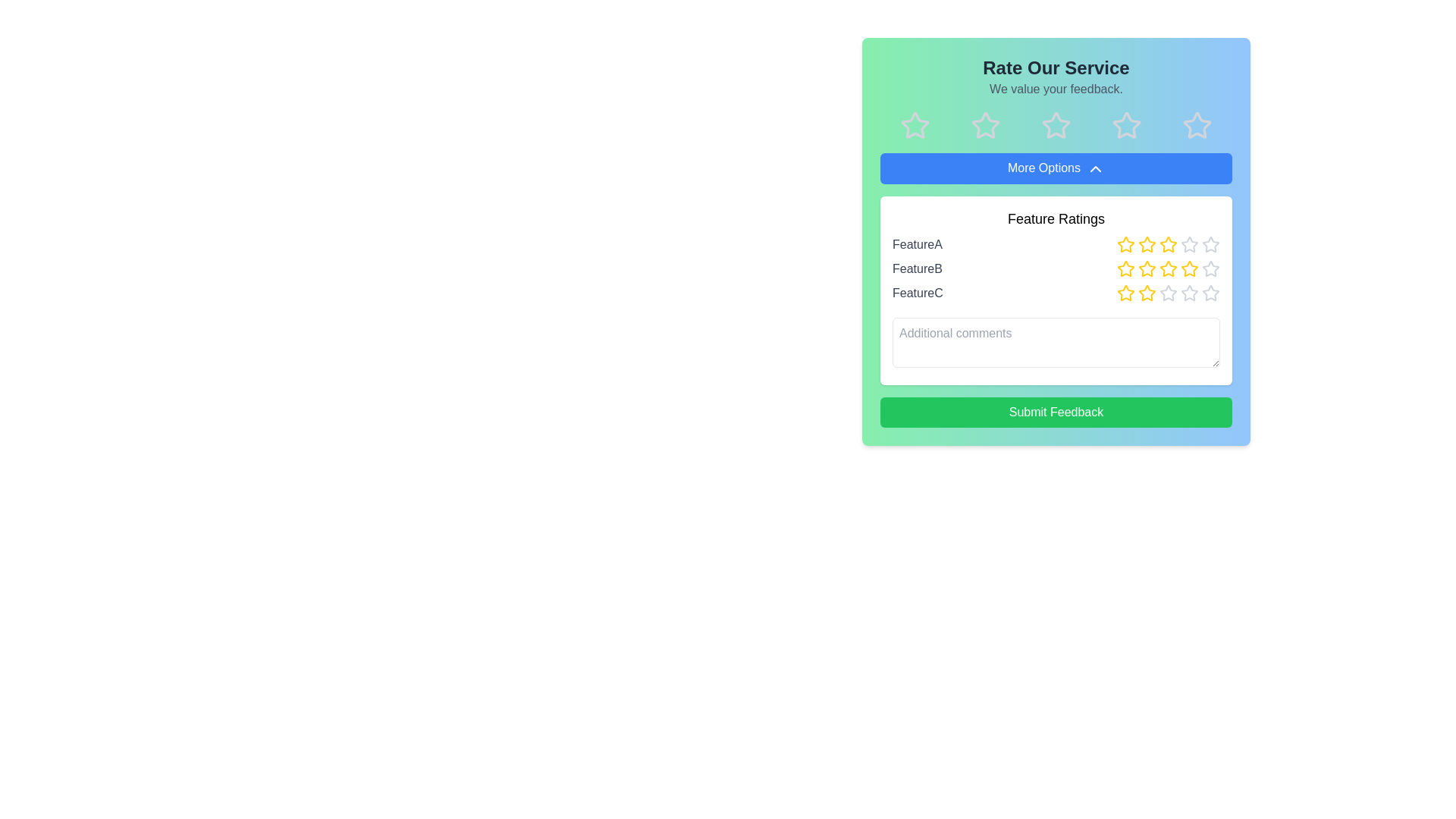  What do you see at coordinates (1196, 124) in the screenshot?
I see `the fifth hollow star icon in gray for rating located just below the 'Rate Our Service' header` at bounding box center [1196, 124].